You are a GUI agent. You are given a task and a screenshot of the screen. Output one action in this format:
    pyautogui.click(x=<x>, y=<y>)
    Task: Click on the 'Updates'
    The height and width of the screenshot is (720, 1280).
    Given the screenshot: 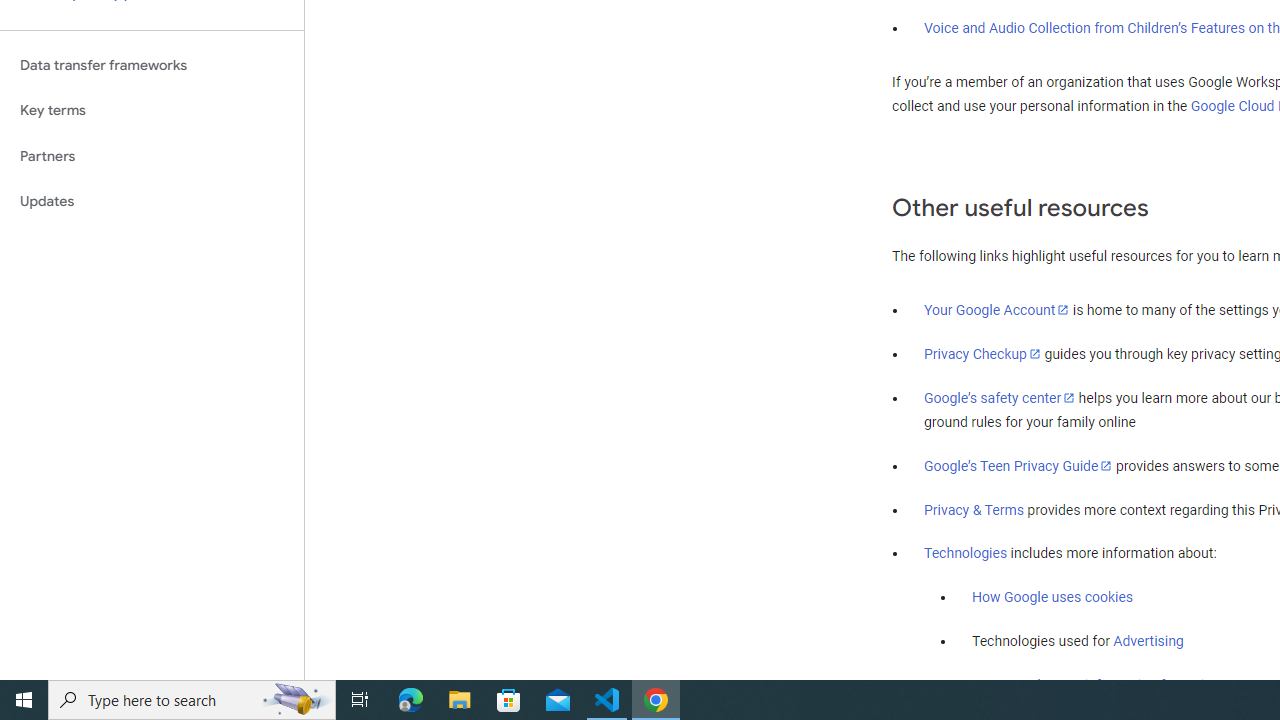 What is the action you would take?
    pyautogui.click(x=151, y=201)
    